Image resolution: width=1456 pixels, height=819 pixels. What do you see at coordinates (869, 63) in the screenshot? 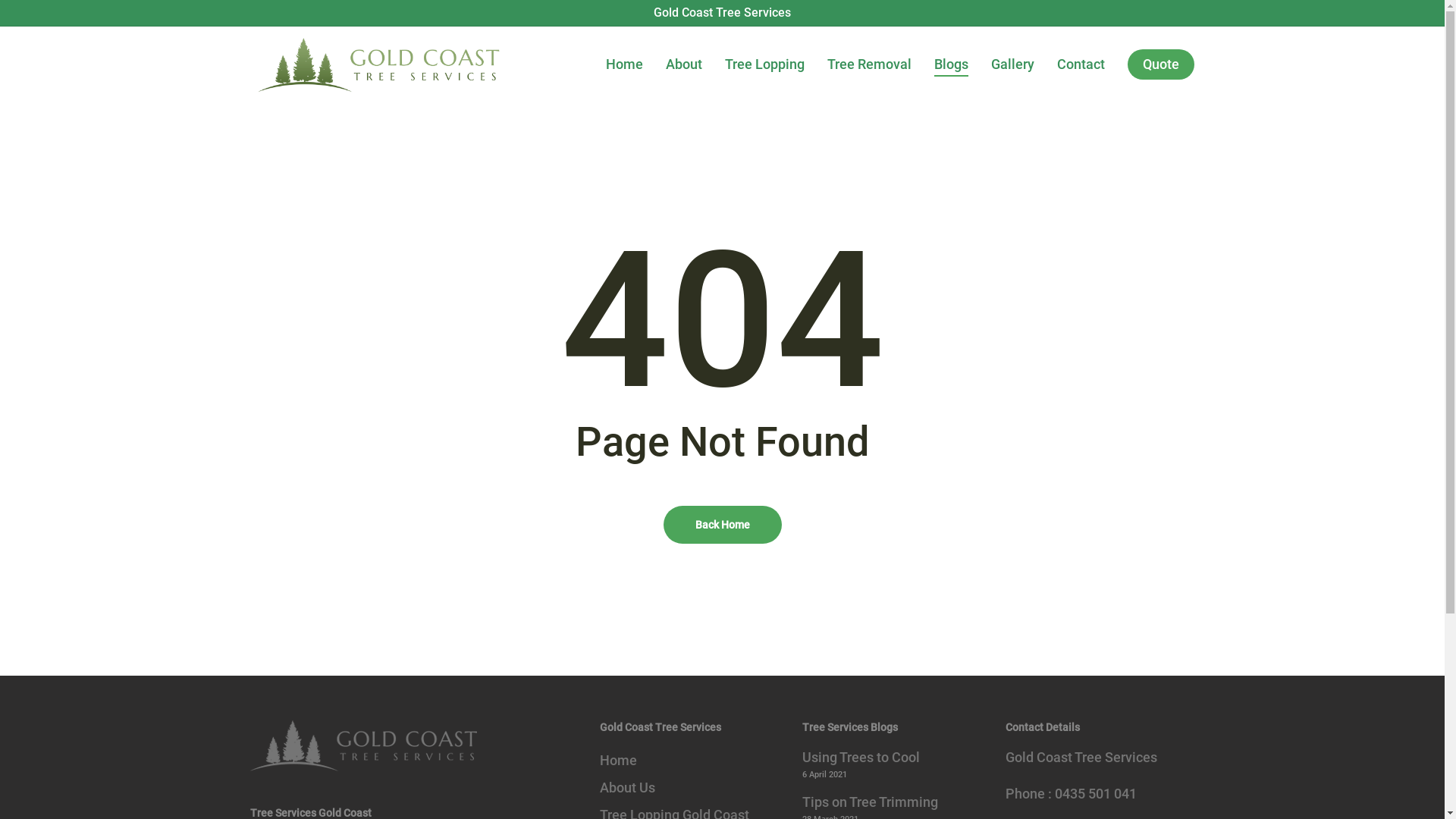
I see `'Tree Removal'` at bounding box center [869, 63].